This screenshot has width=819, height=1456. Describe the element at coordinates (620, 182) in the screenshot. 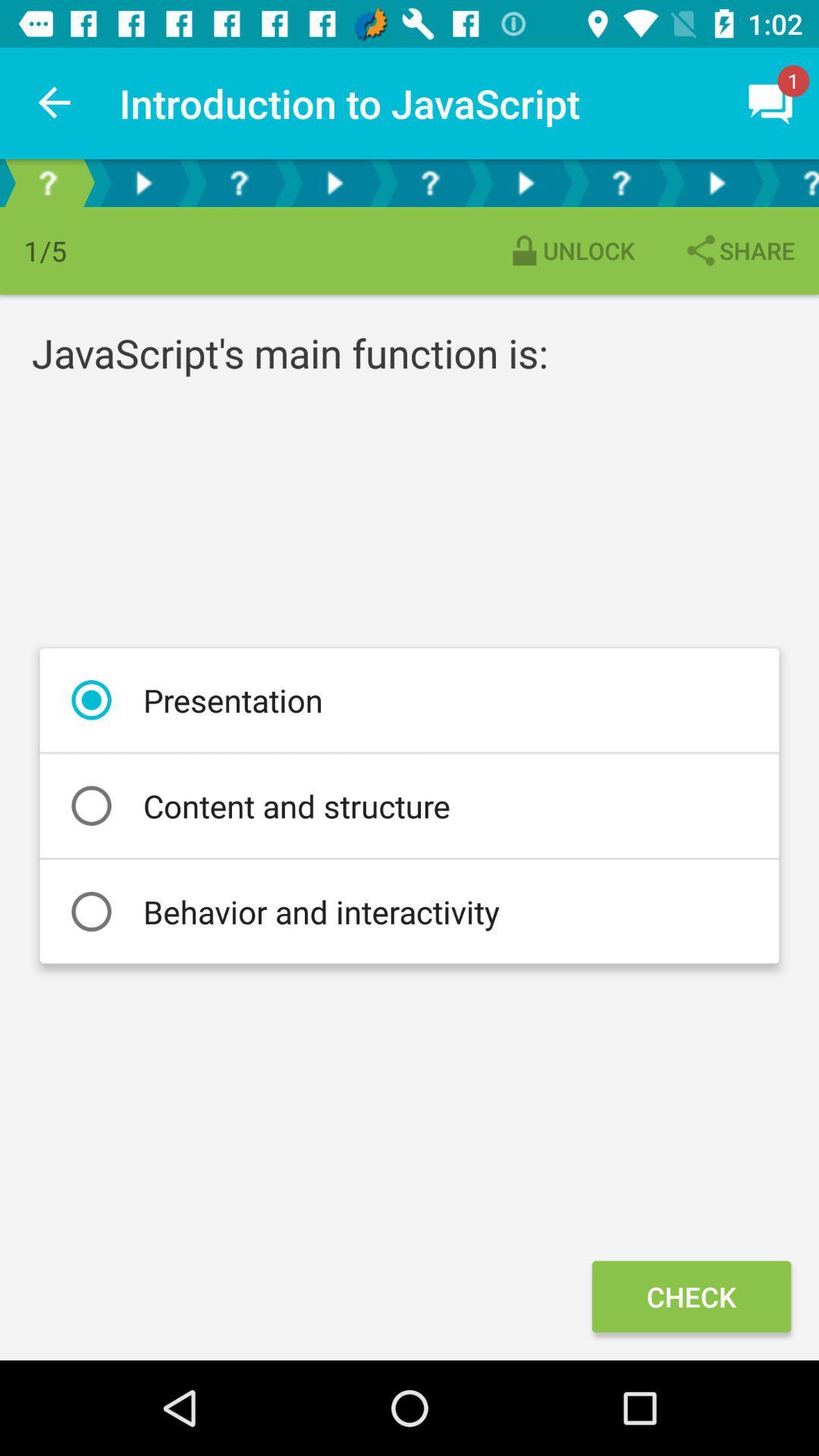

I see `see more information` at that location.